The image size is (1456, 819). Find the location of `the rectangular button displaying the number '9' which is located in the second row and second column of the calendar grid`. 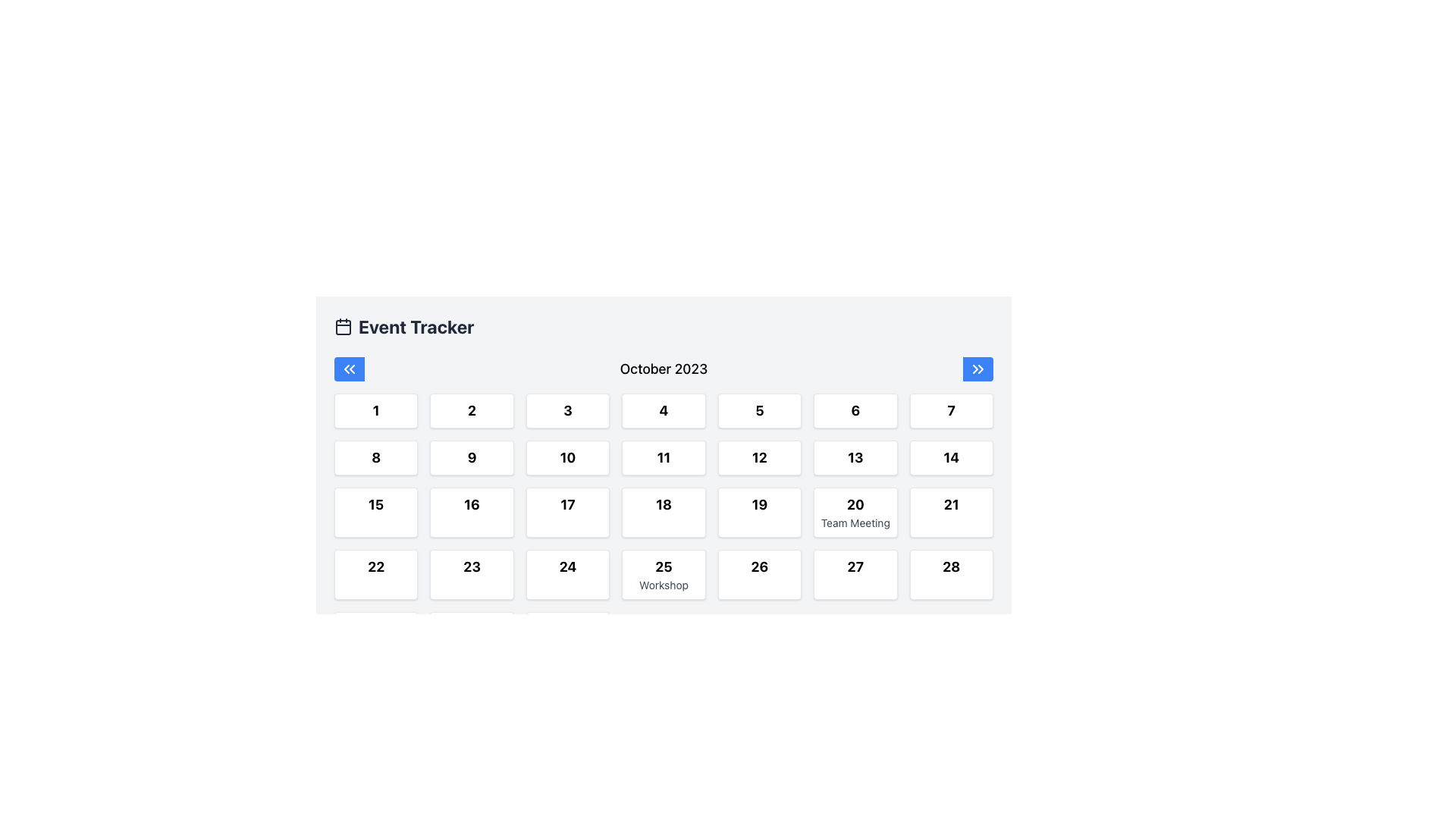

the rectangular button displaying the number '9' which is located in the second row and second column of the calendar grid is located at coordinates (471, 457).